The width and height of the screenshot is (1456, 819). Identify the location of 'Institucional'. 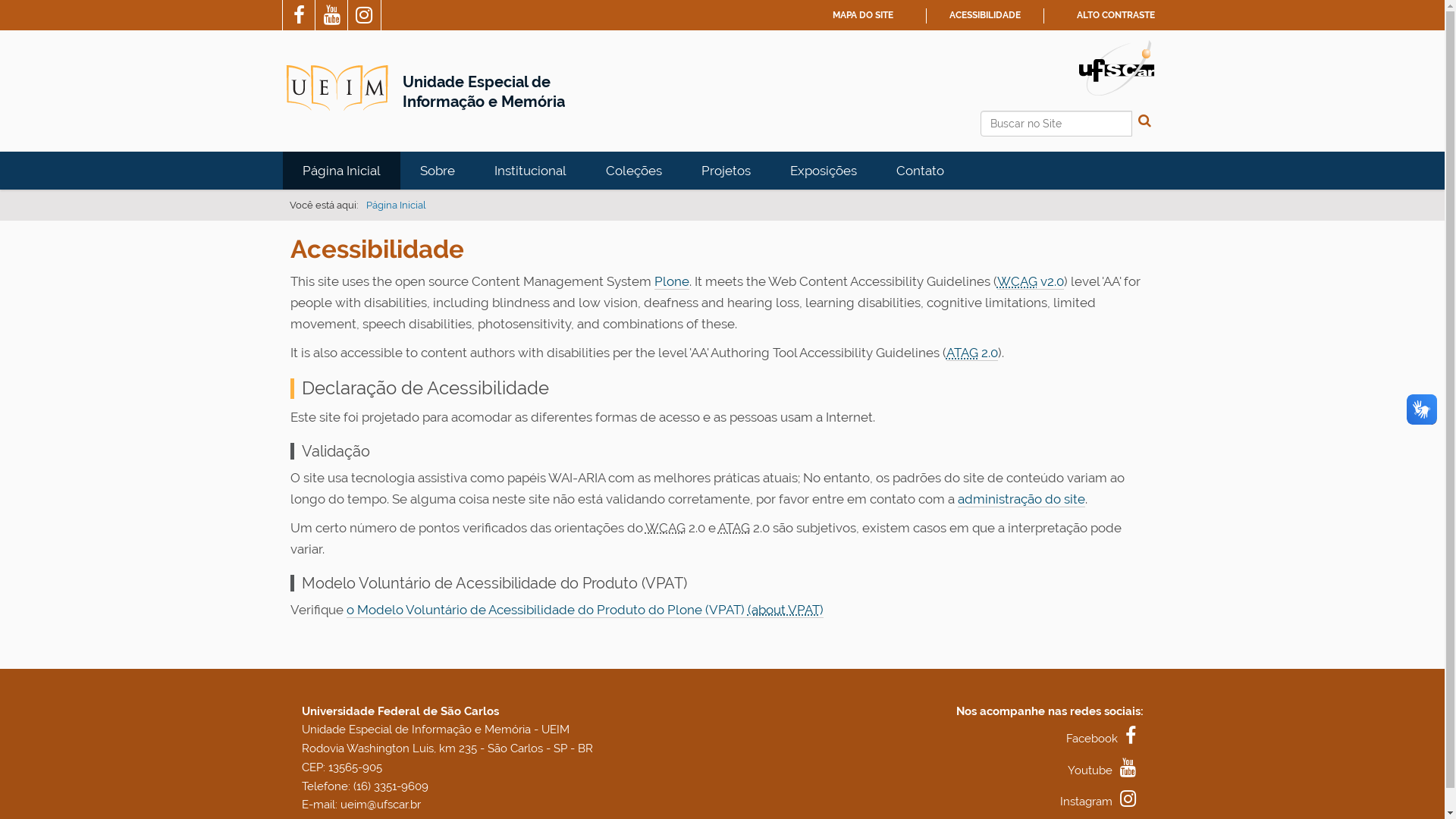
(530, 170).